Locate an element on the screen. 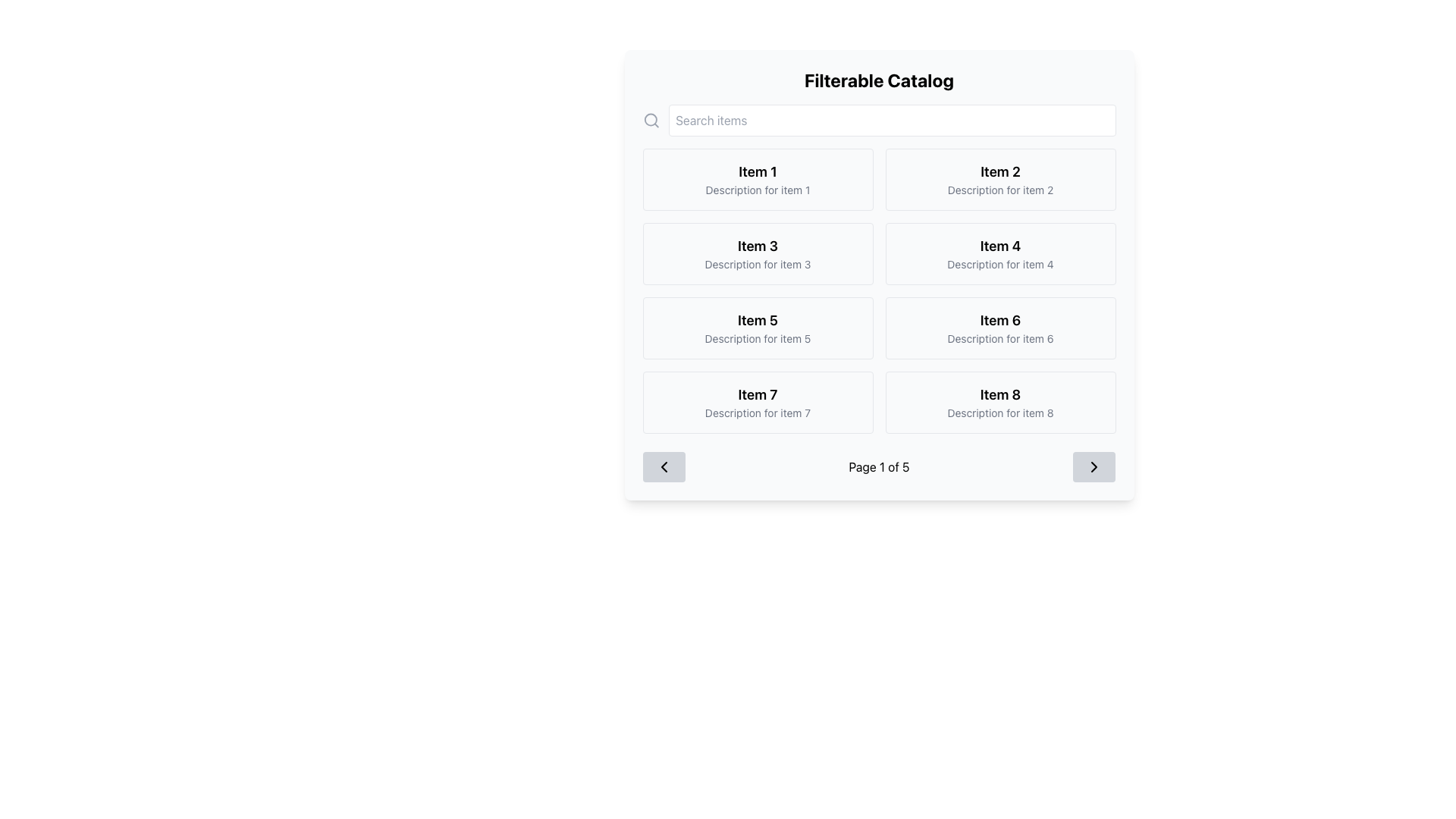 The height and width of the screenshot is (819, 1456). the navigation button with a light gray background and a black right arrow icon located at the far-right of the pagination controls is located at coordinates (1094, 466).